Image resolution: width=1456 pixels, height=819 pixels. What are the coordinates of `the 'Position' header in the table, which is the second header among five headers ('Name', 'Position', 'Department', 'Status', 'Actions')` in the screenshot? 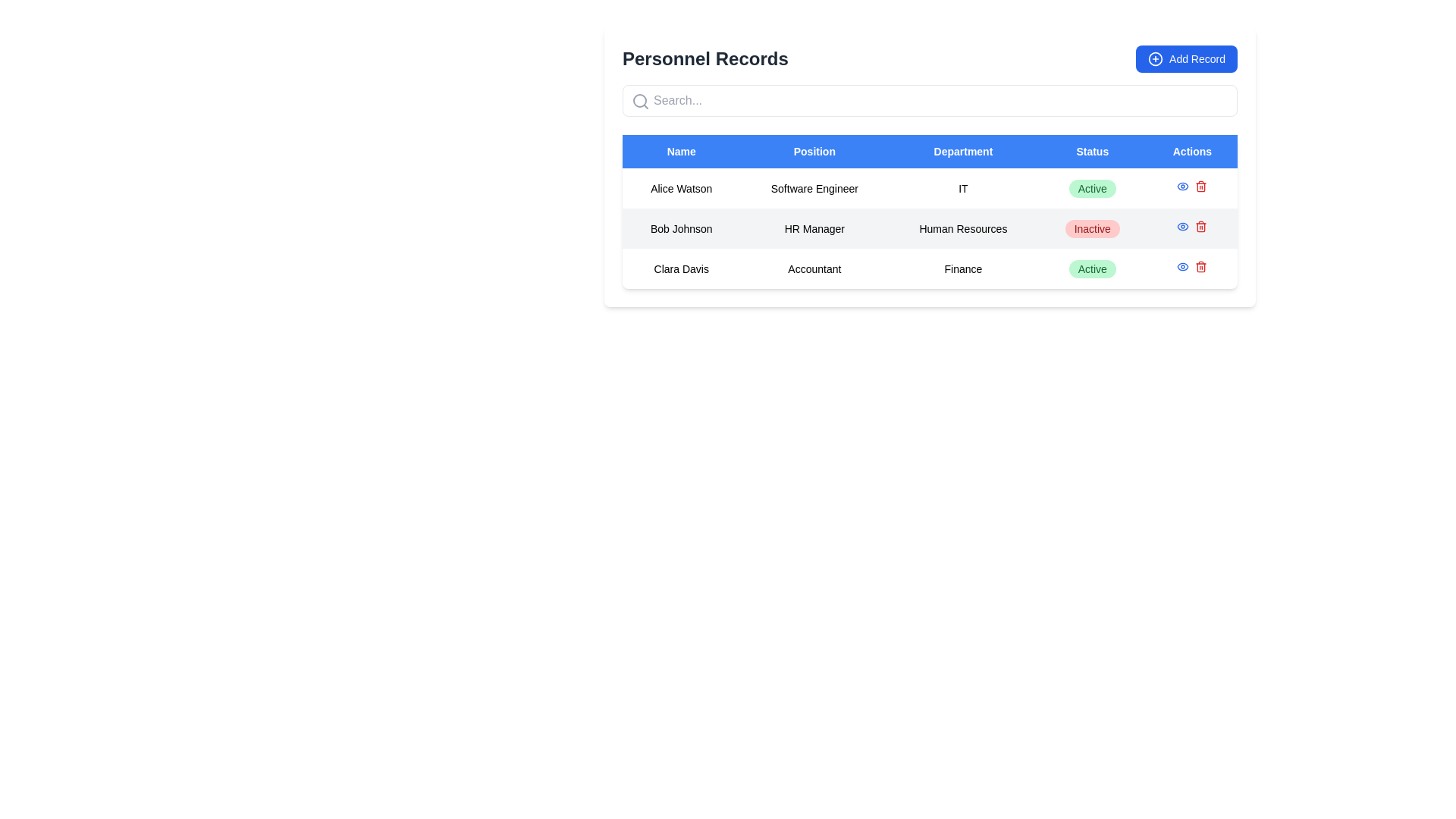 It's located at (814, 152).